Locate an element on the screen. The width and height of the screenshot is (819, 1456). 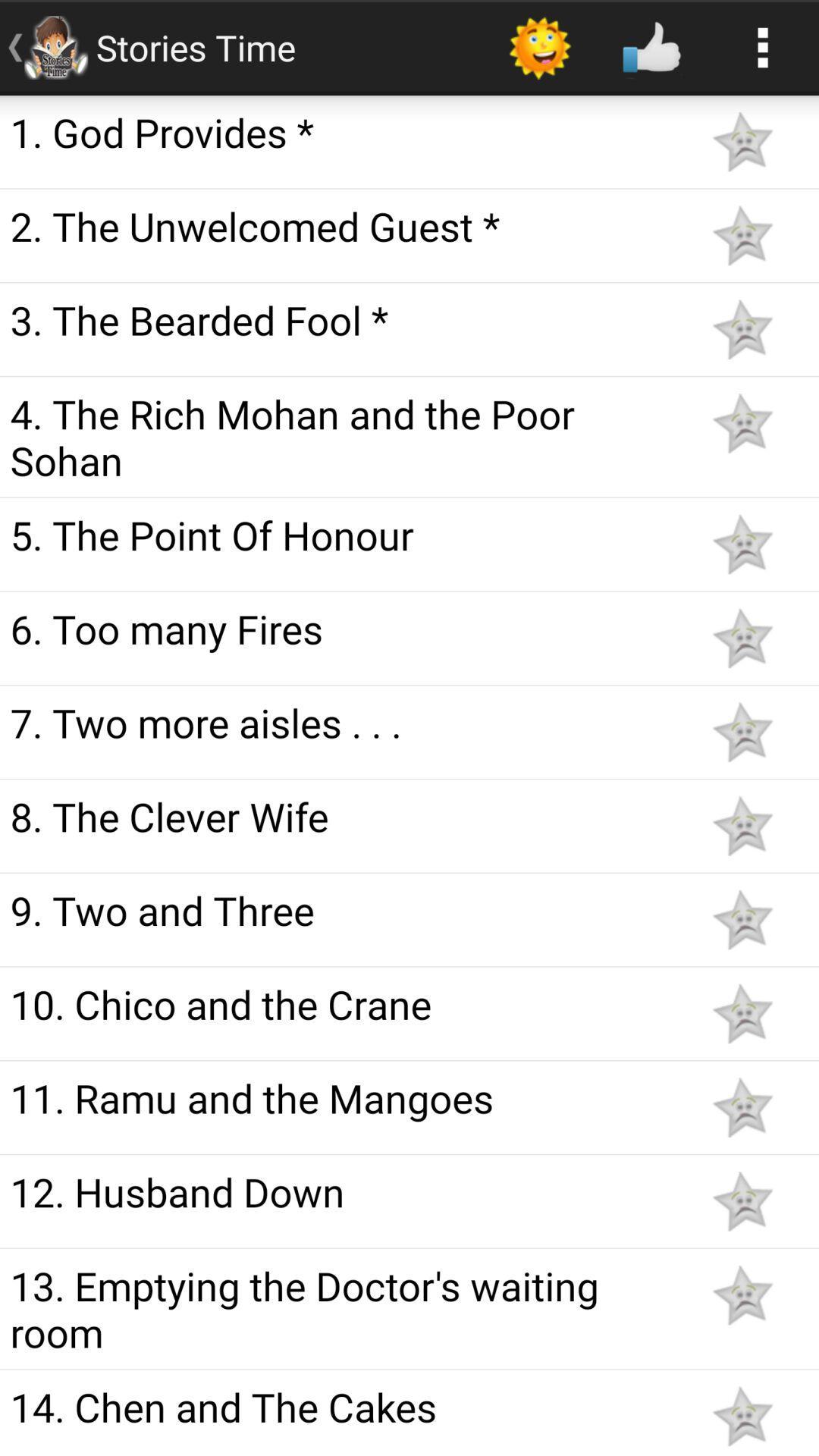
10 chico and icon is located at coordinates (343, 1004).